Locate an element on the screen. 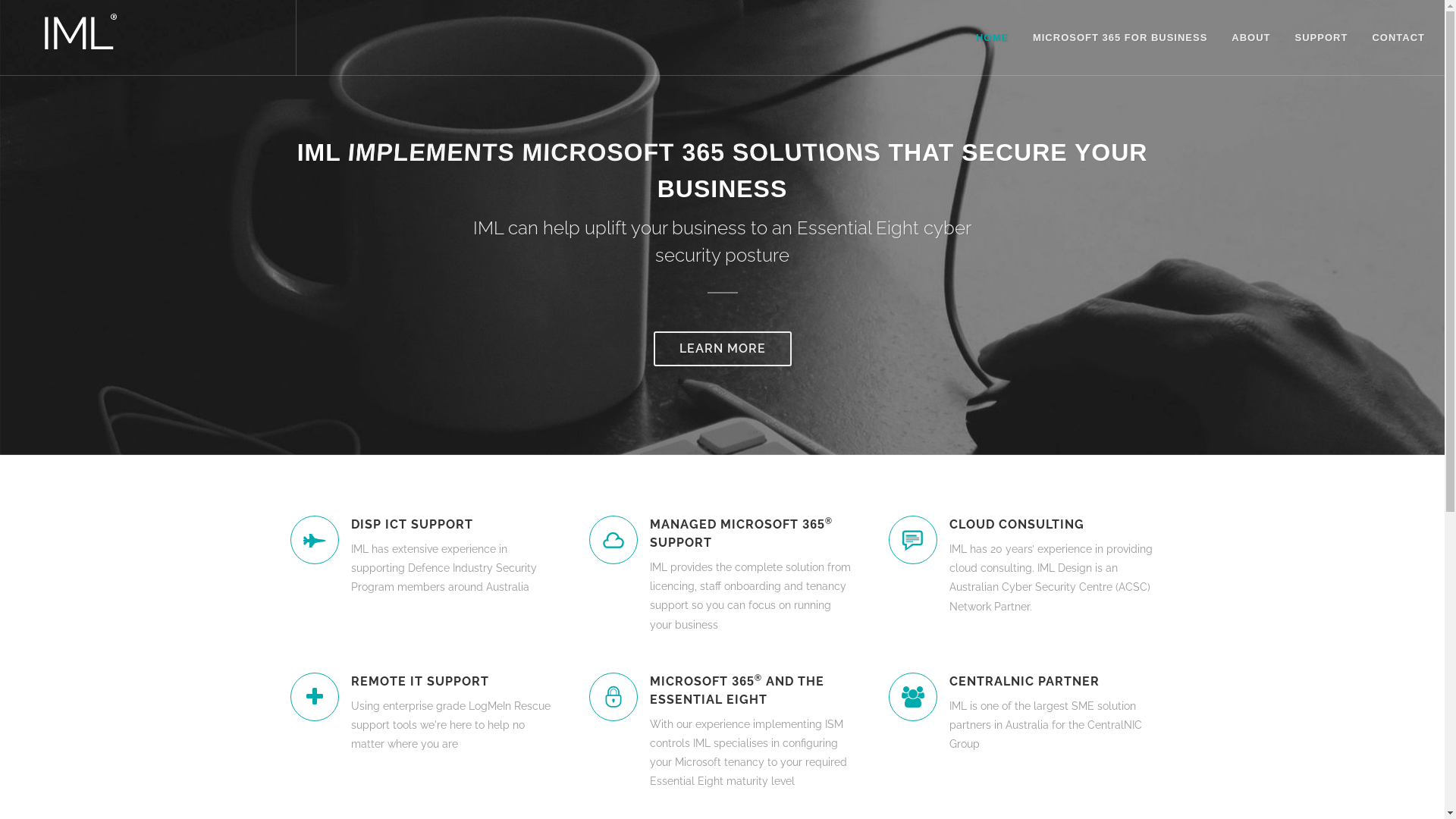  'DISP ICT SUPPORT' is located at coordinates (451, 523).